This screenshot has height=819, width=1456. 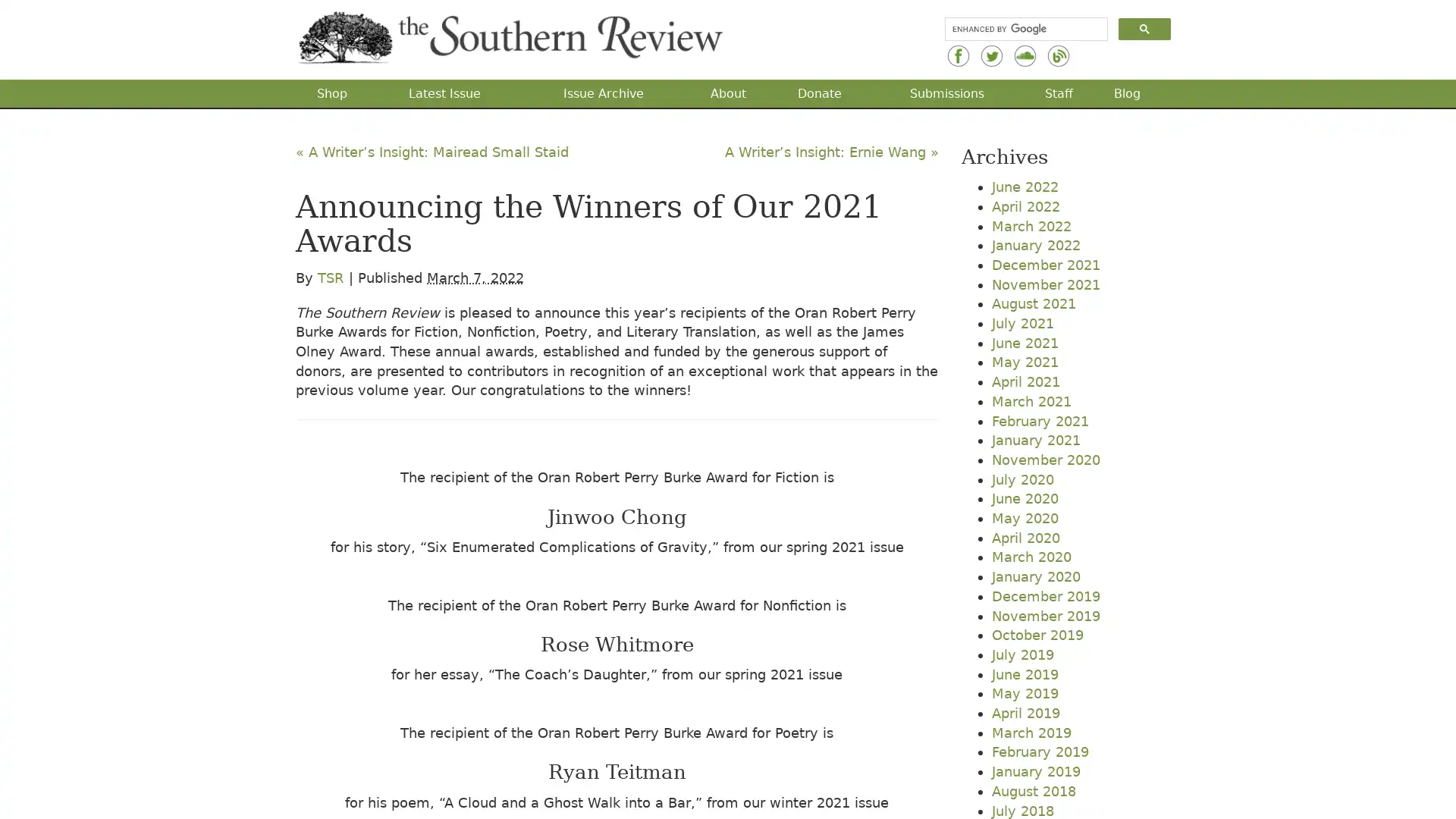 I want to click on search, so click(x=1144, y=28).